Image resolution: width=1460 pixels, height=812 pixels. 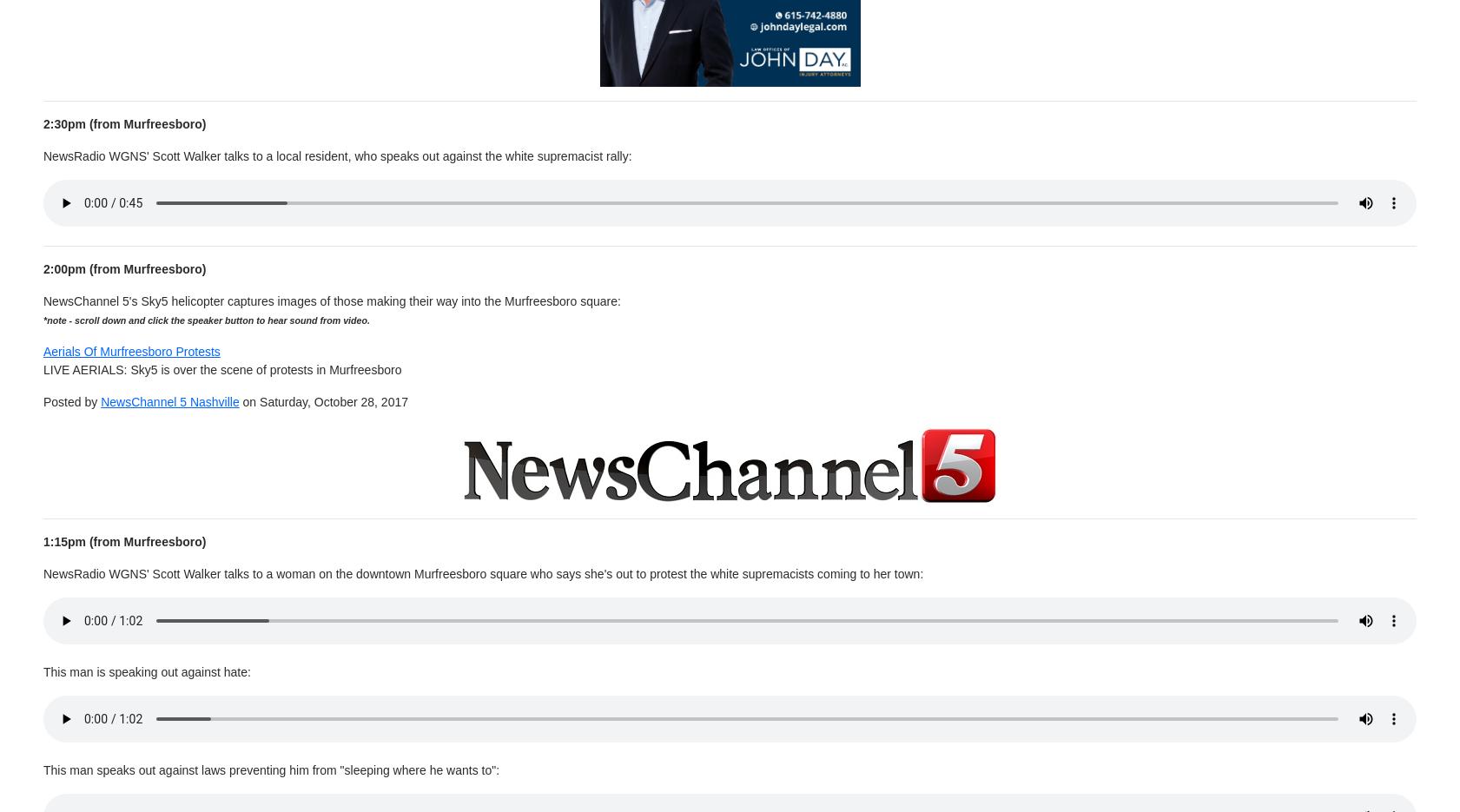 I want to click on 'This man speaks out against laws preventing him from "sleeping where he wants to":', so click(x=42, y=769).